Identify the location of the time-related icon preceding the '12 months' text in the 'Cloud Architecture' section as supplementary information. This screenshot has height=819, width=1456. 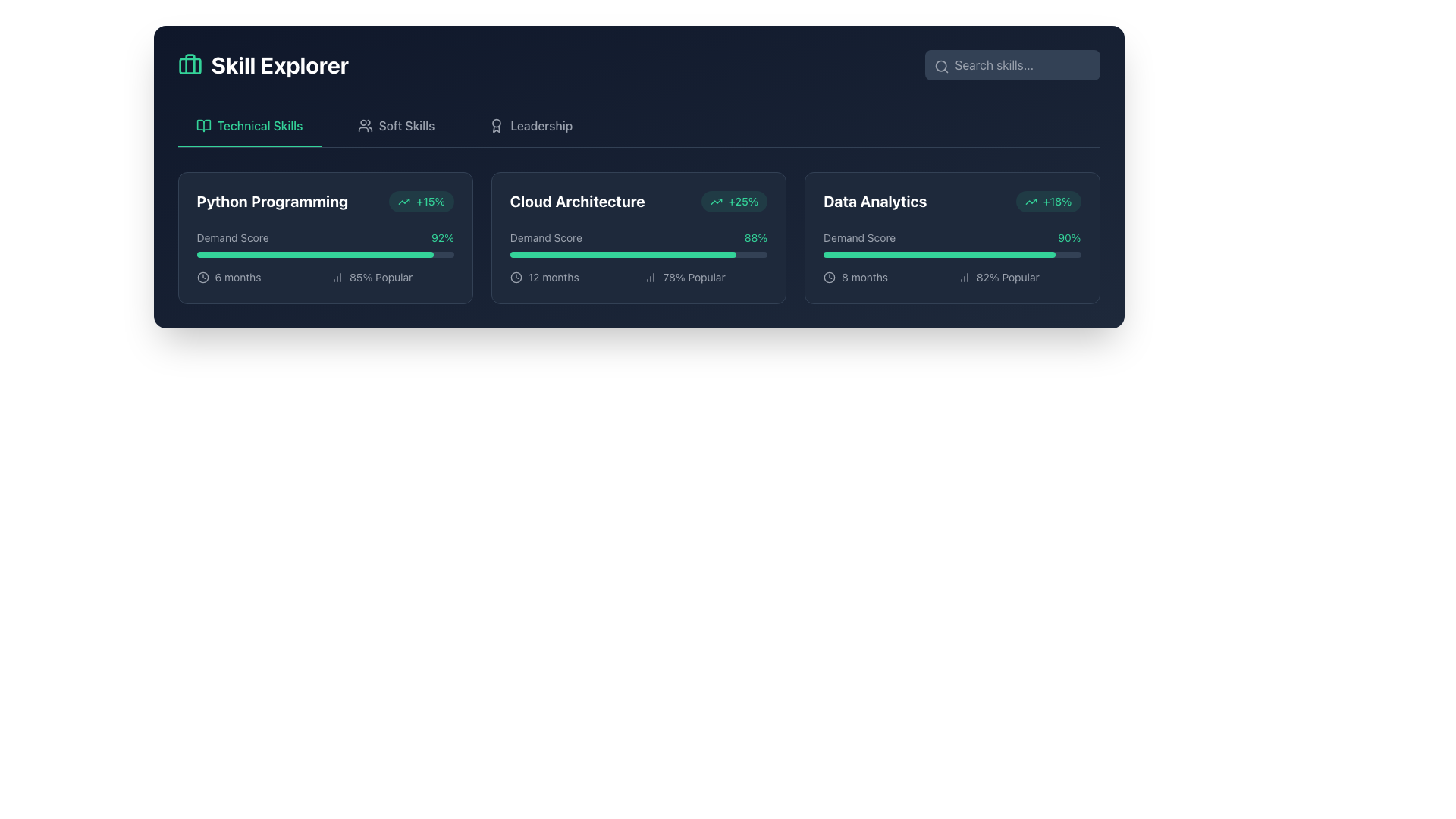
(516, 278).